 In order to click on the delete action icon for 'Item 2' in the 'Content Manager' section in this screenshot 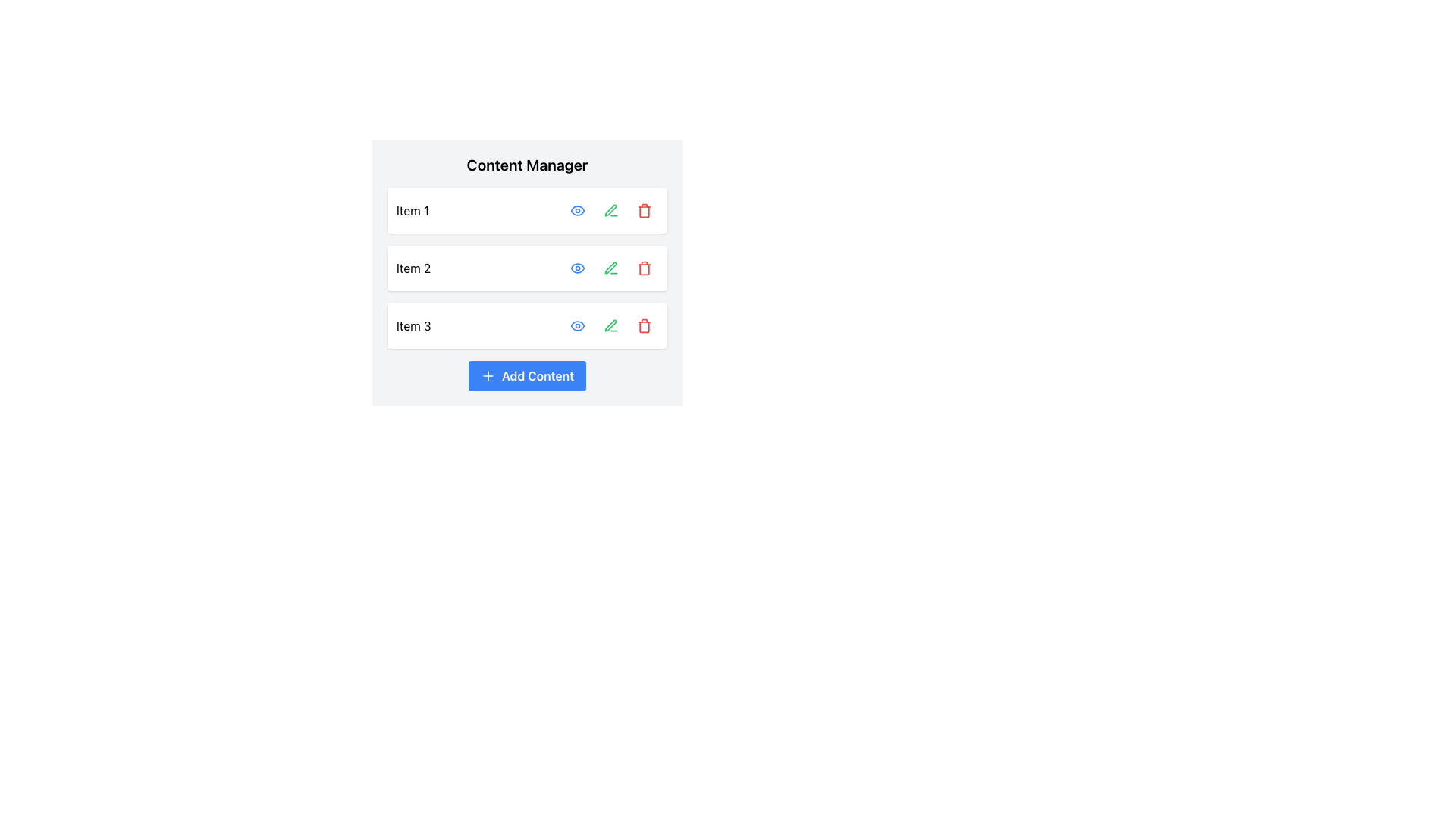, I will do `click(644, 268)`.